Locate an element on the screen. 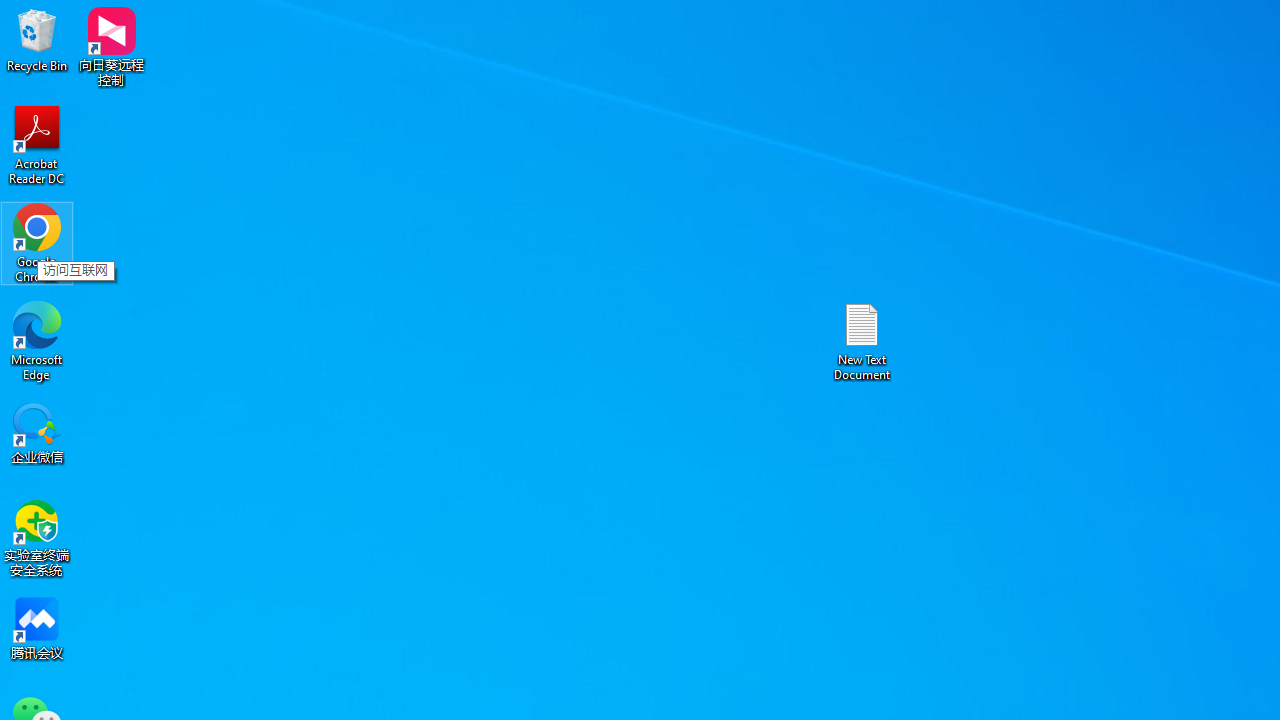 Image resolution: width=1280 pixels, height=720 pixels. 'Google Chrome' is located at coordinates (37, 242).